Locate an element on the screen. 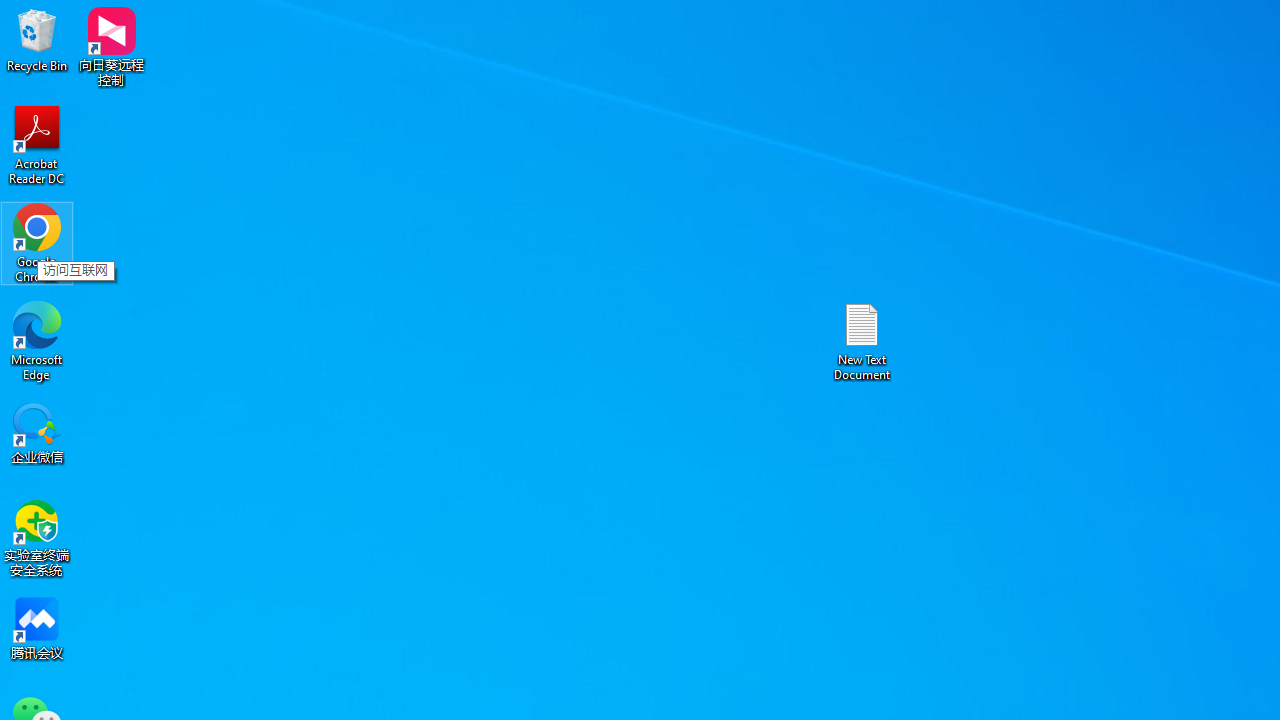 Image resolution: width=1280 pixels, height=720 pixels. 'Google Chrome' is located at coordinates (37, 242).